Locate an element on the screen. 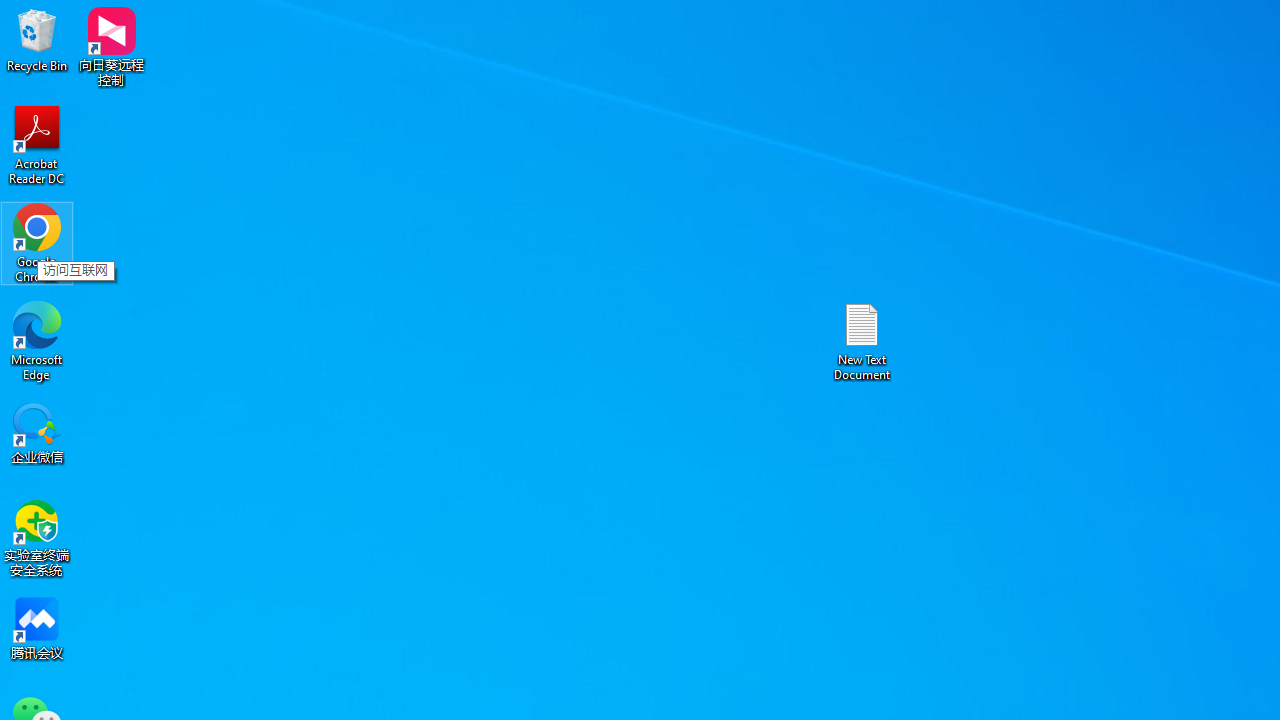 Image resolution: width=1280 pixels, height=720 pixels. 'Google Chrome' is located at coordinates (37, 242).